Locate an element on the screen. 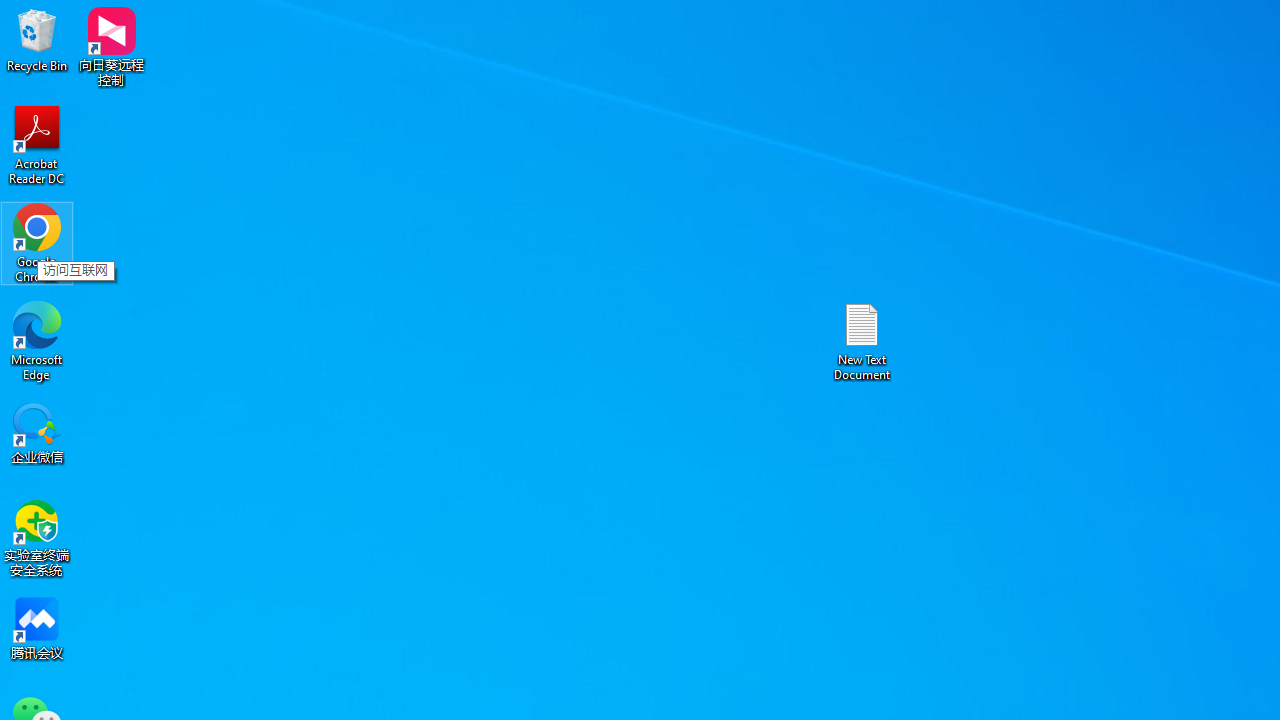 Image resolution: width=1280 pixels, height=720 pixels. 'Google Chrome' is located at coordinates (37, 242).